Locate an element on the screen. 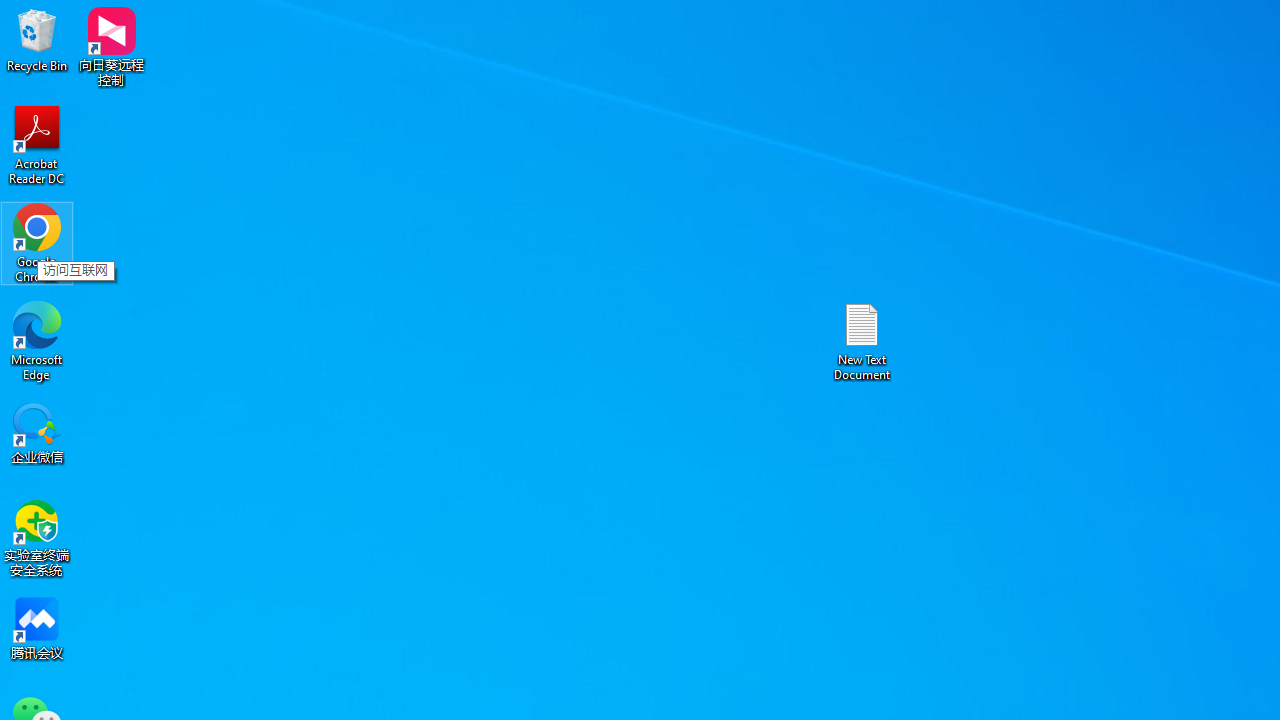 Image resolution: width=1280 pixels, height=720 pixels. 'Google Chrome' is located at coordinates (37, 242).